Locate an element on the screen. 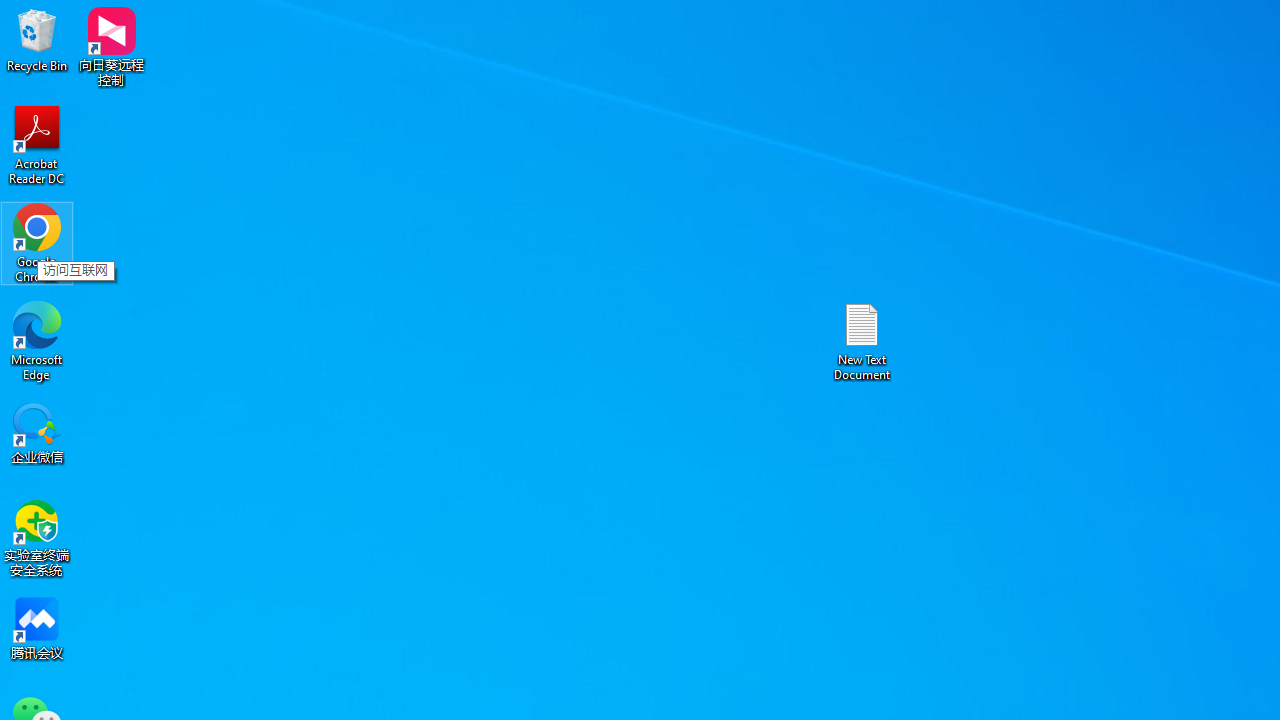 Image resolution: width=1280 pixels, height=720 pixels. 'Google Chrome' is located at coordinates (37, 242).